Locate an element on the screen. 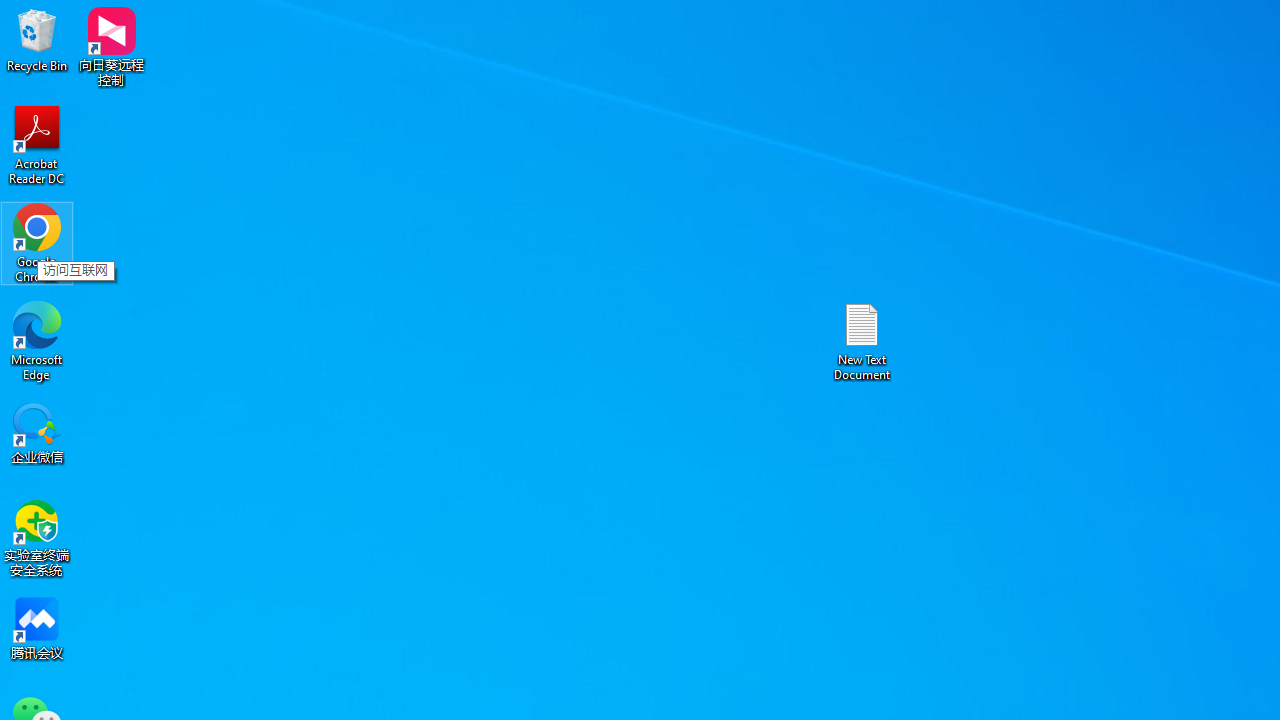 Image resolution: width=1280 pixels, height=720 pixels. 'Google Chrome' is located at coordinates (37, 242).